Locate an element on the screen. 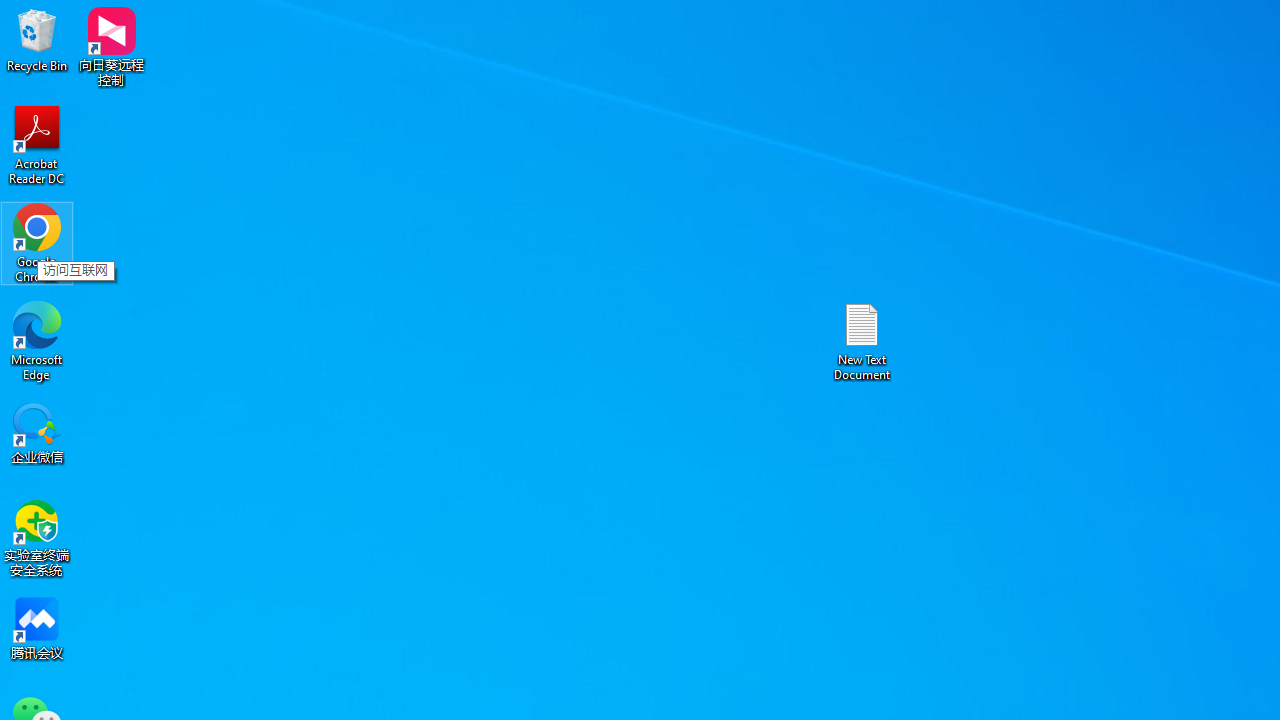 Image resolution: width=1280 pixels, height=720 pixels. 'Google Chrome' is located at coordinates (37, 242).